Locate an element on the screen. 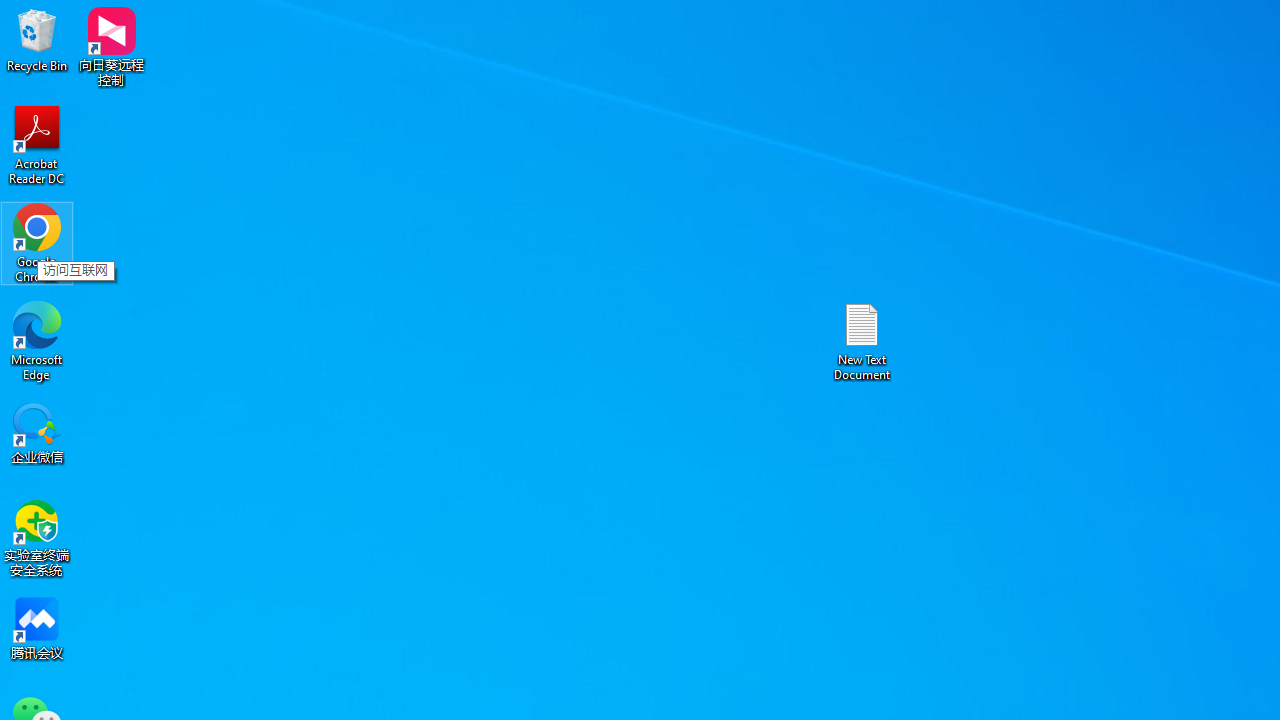 Image resolution: width=1280 pixels, height=720 pixels. 'Google Chrome' is located at coordinates (37, 242).